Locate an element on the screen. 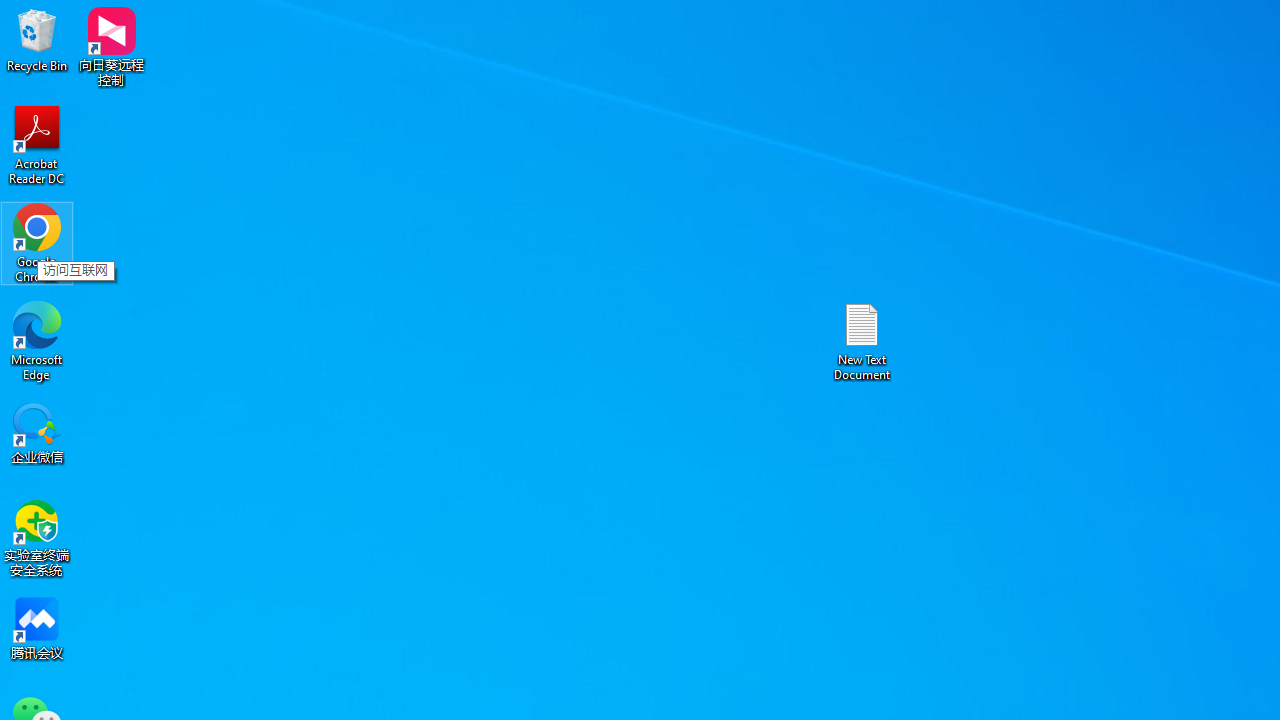 Image resolution: width=1280 pixels, height=720 pixels. 'Google Chrome' is located at coordinates (37, 242).